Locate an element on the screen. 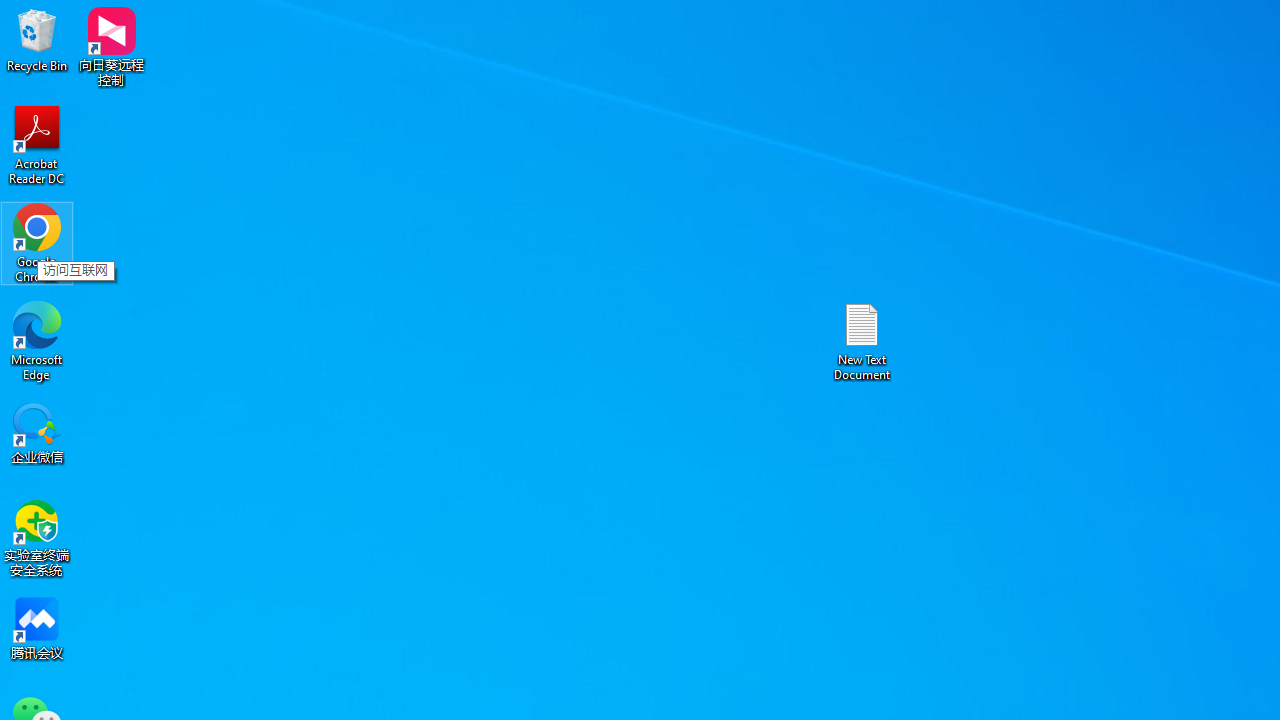 Image resolution: width=1280 pixels, height=720 pixels. 'Google Chrome' is located at coordinates (37, 242).